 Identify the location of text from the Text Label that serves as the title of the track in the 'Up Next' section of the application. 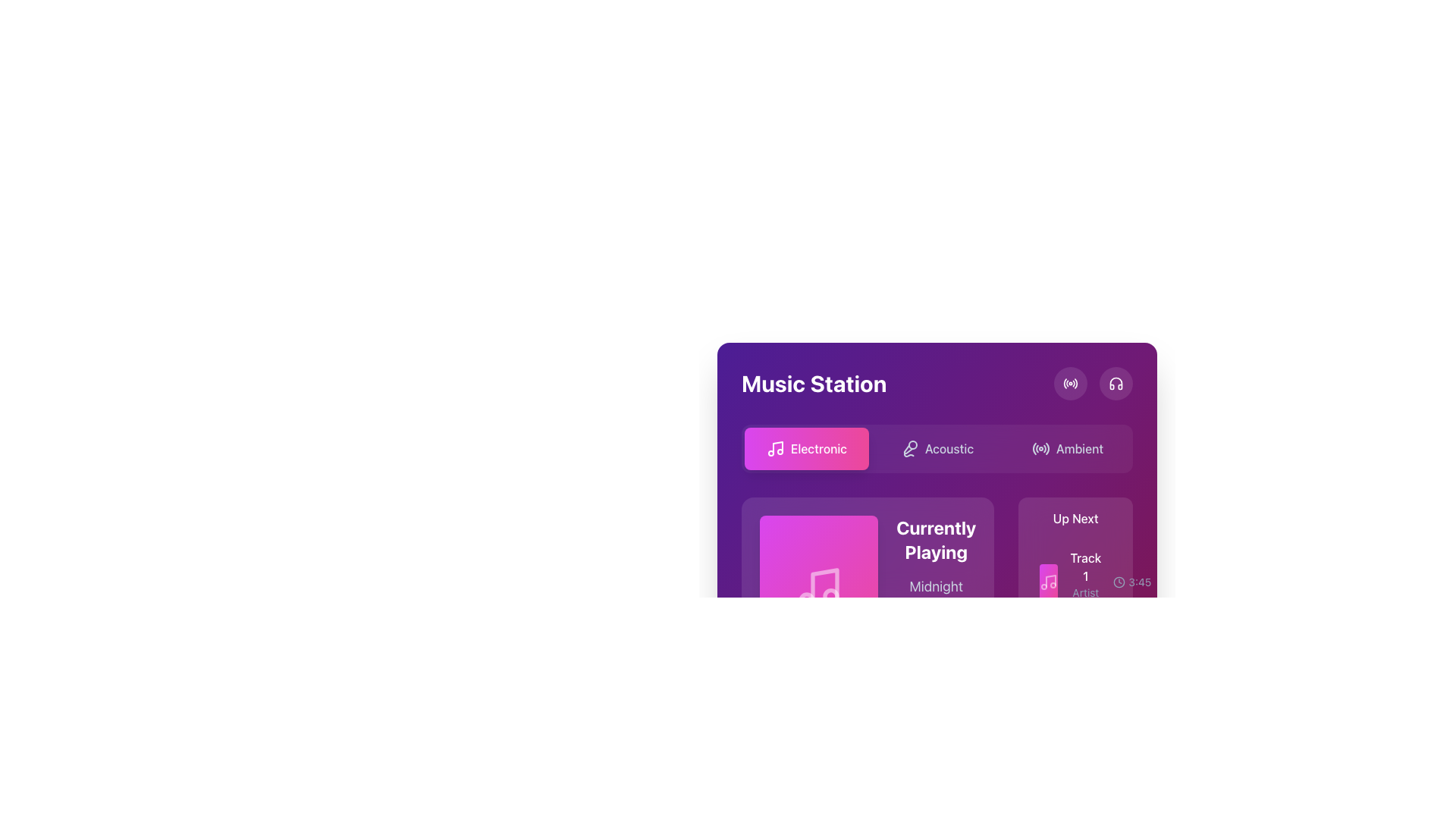
(1084, 567).